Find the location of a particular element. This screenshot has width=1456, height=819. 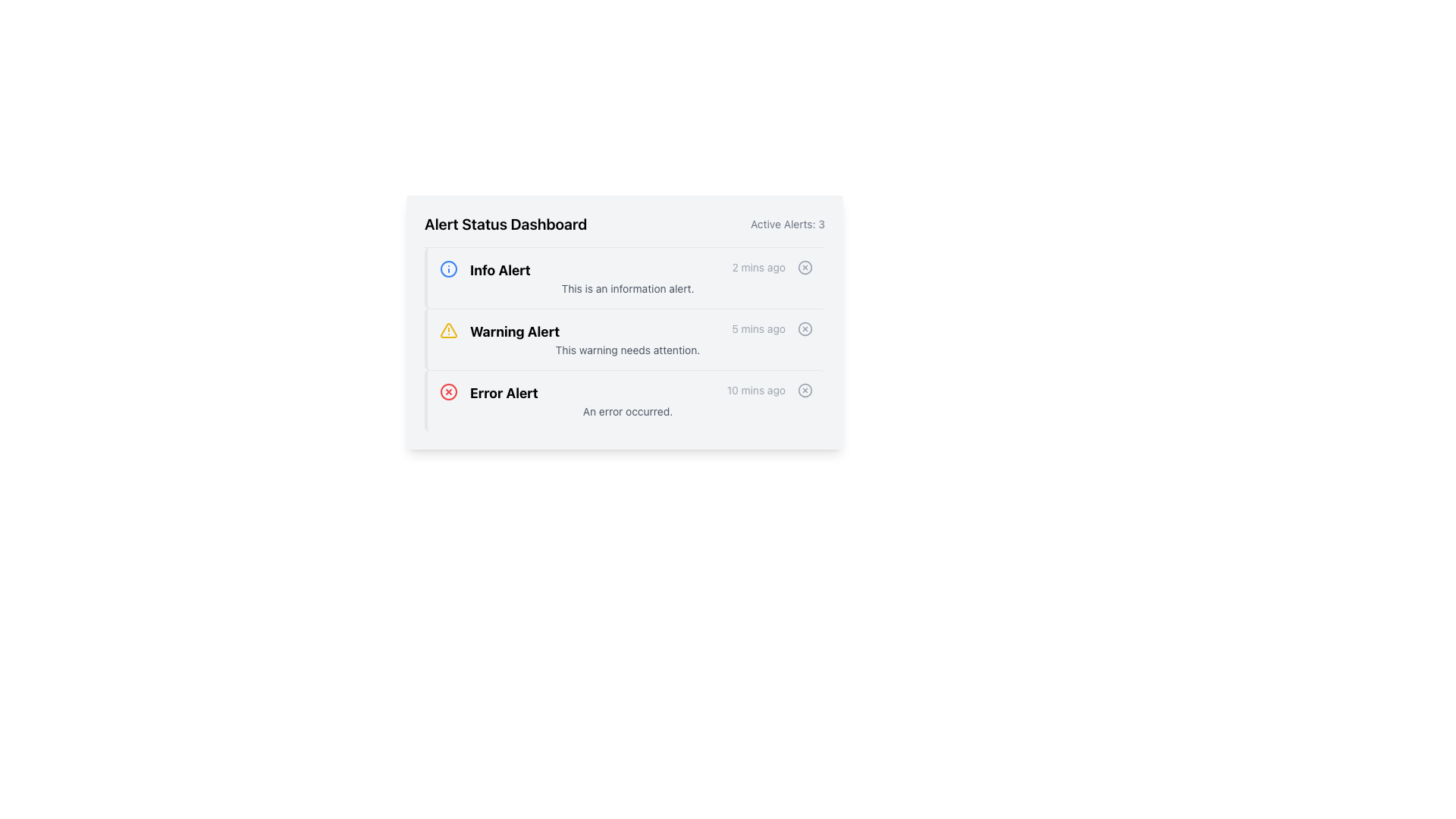

alert message from the Notification Box displaying 'Warning Alert' with a light yellow background and a warning icon is located at coordinates (625, 338).